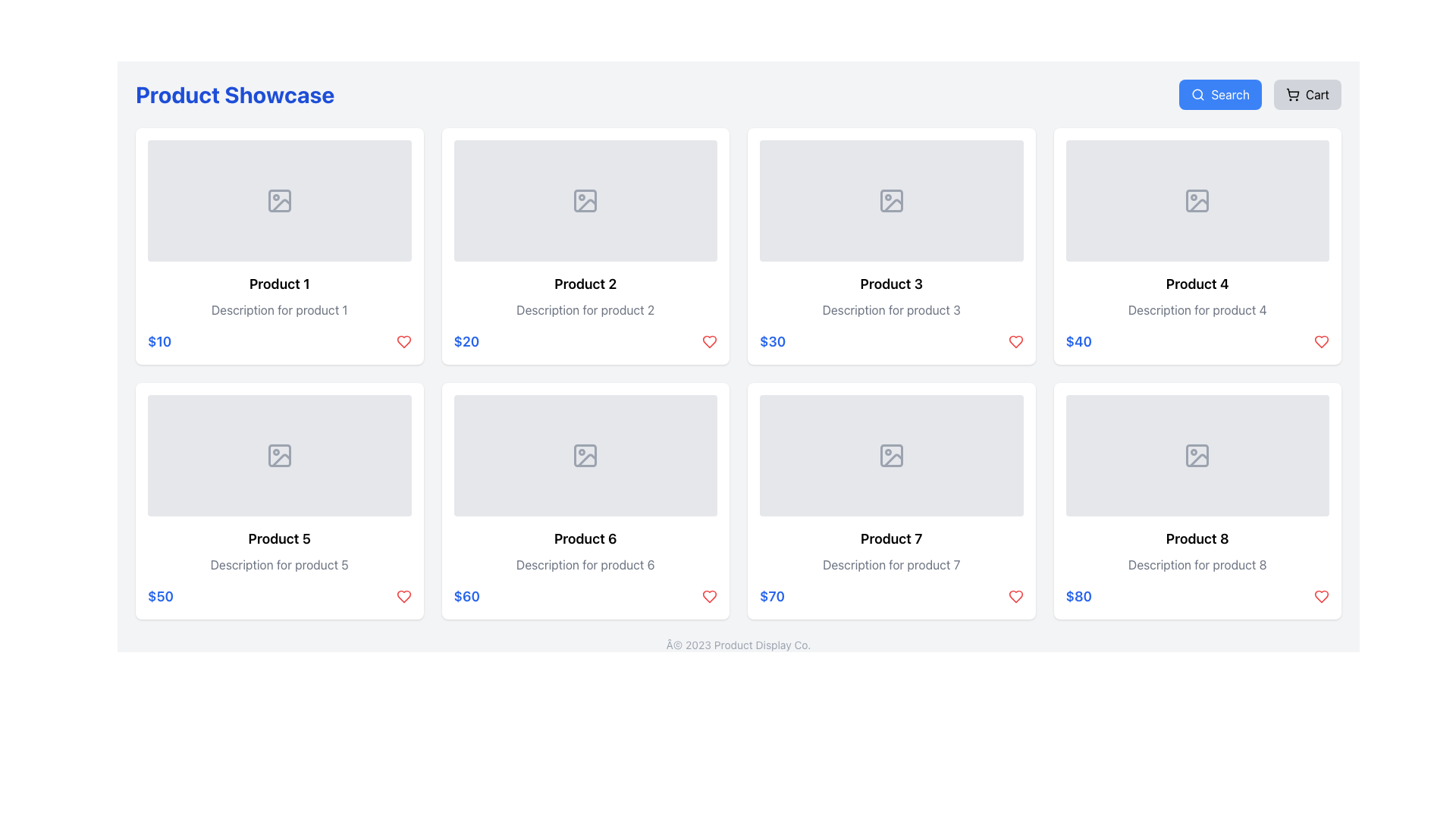 This screenshot has width=1456, height=819. What do you see at coordinates (403, 342) in the screenshot?
I see `the heart icon located to the right of the price text '$10' in the first product card` at bounding box center [403, 342].